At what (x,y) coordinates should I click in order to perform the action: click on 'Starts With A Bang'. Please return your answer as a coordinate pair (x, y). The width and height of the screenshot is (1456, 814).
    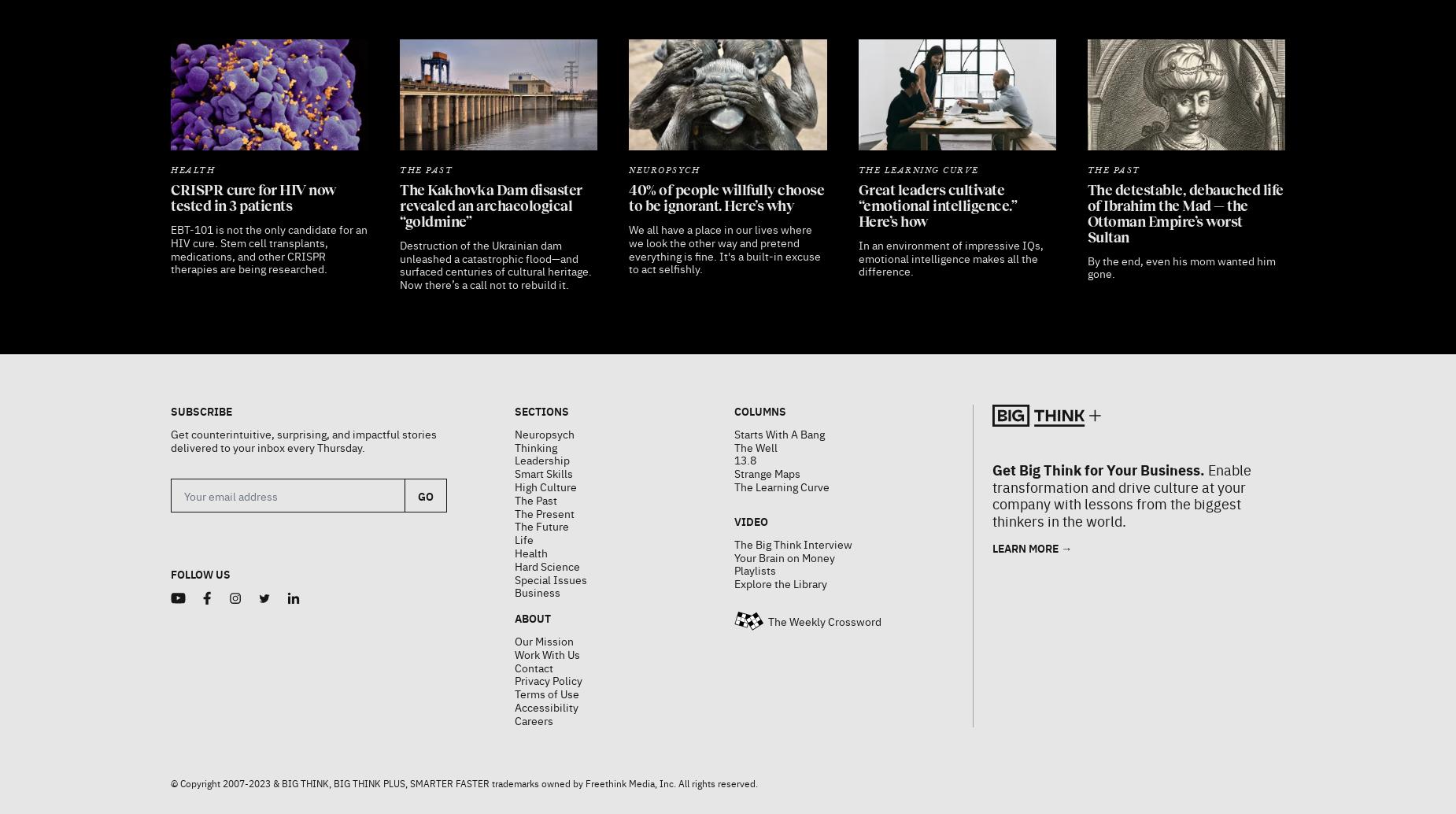
    Looking at the image, I should click on (733, 393).